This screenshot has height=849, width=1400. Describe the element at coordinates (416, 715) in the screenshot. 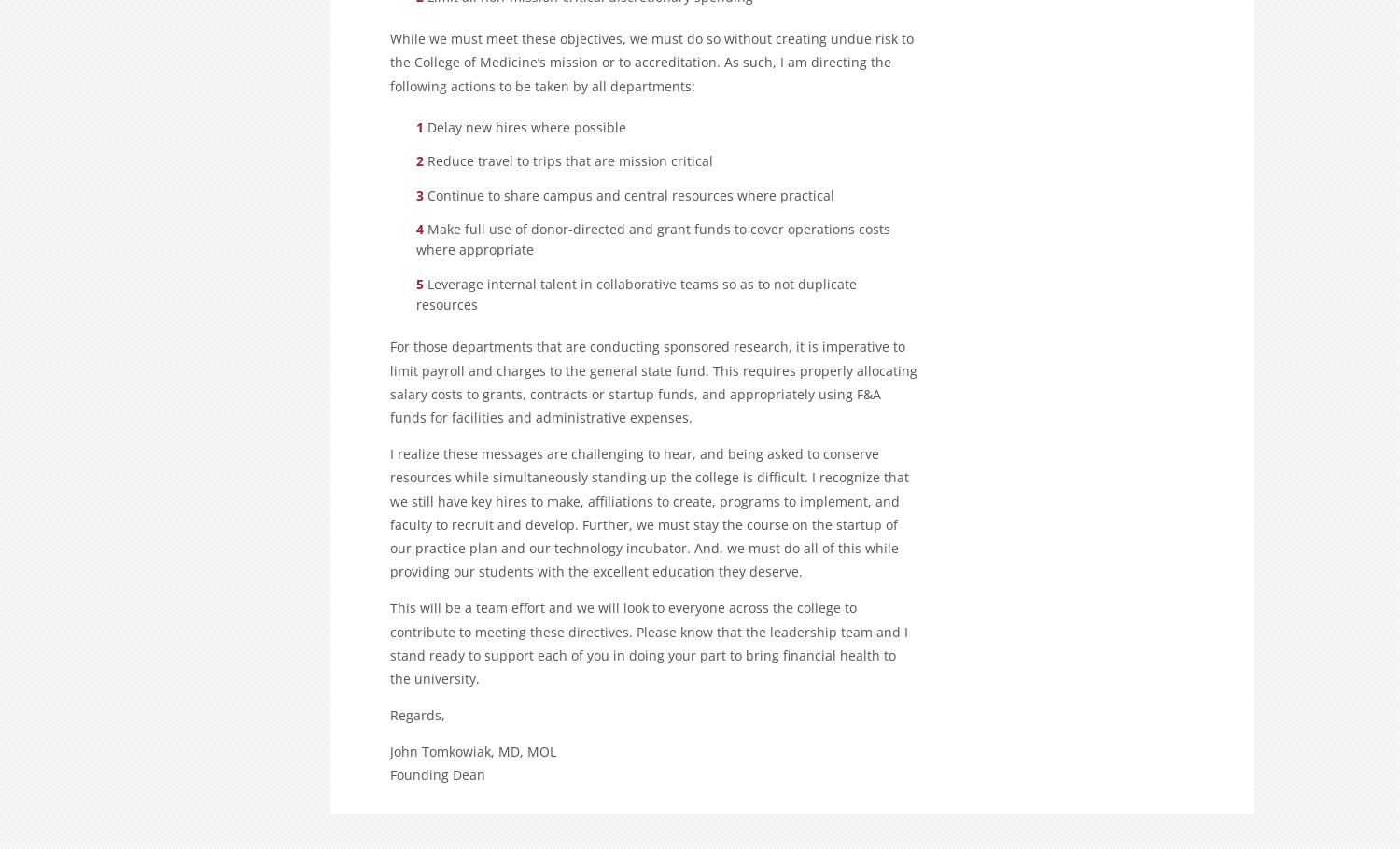

I see `'Regards,'` at that location.